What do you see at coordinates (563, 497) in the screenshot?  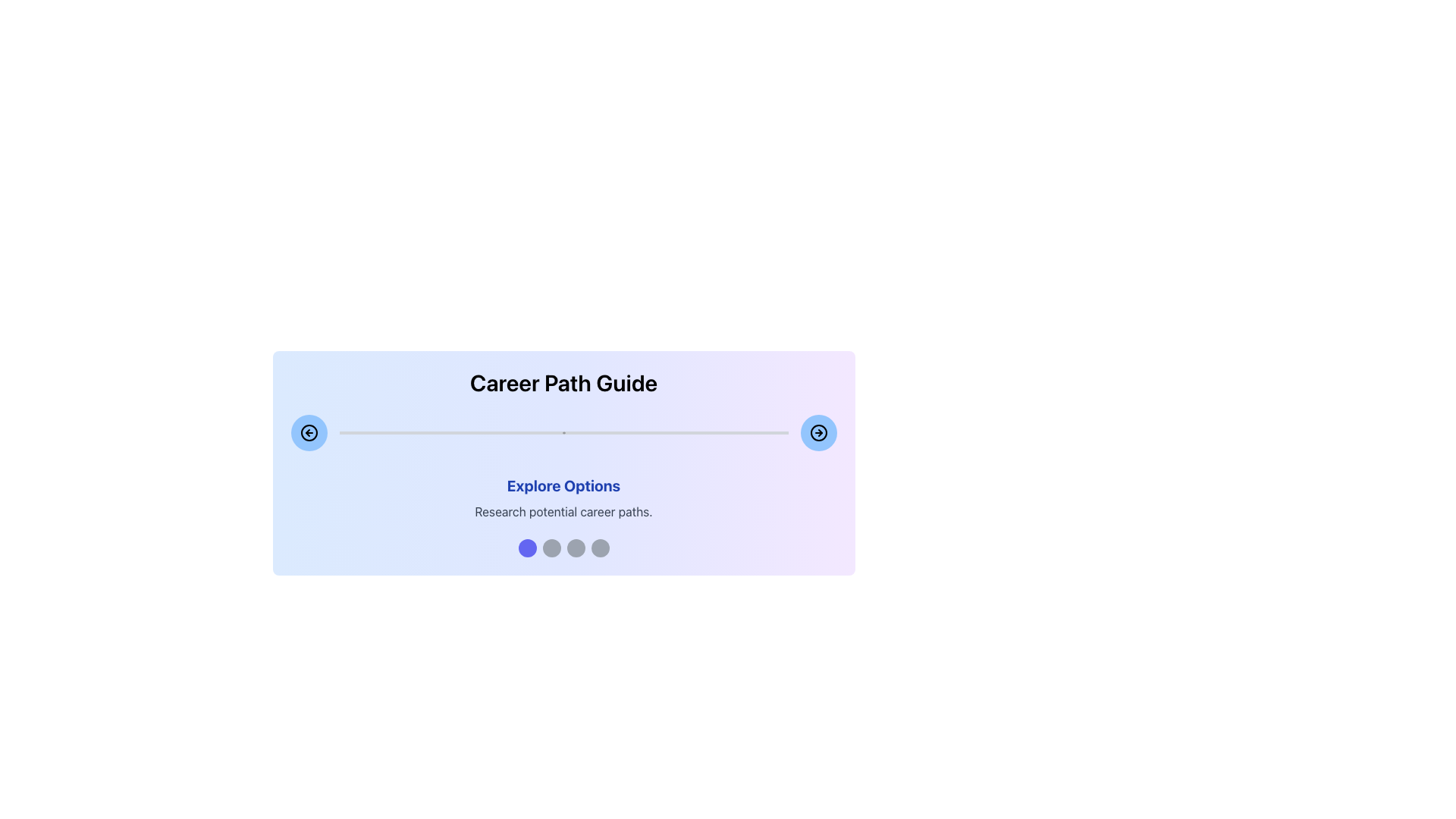 I see `the Informational Text Component that introduces the action 'Explore Options' and provides the description 'Research potential career paths.'` at bounding box center [563, 497].